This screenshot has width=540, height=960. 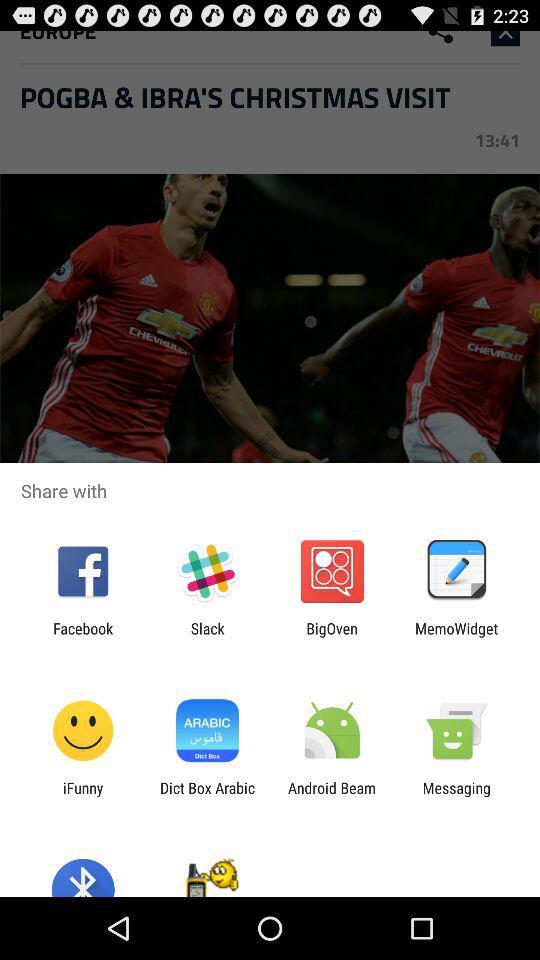 I want to click on app next to messaging item, so click(x=332, y=796).